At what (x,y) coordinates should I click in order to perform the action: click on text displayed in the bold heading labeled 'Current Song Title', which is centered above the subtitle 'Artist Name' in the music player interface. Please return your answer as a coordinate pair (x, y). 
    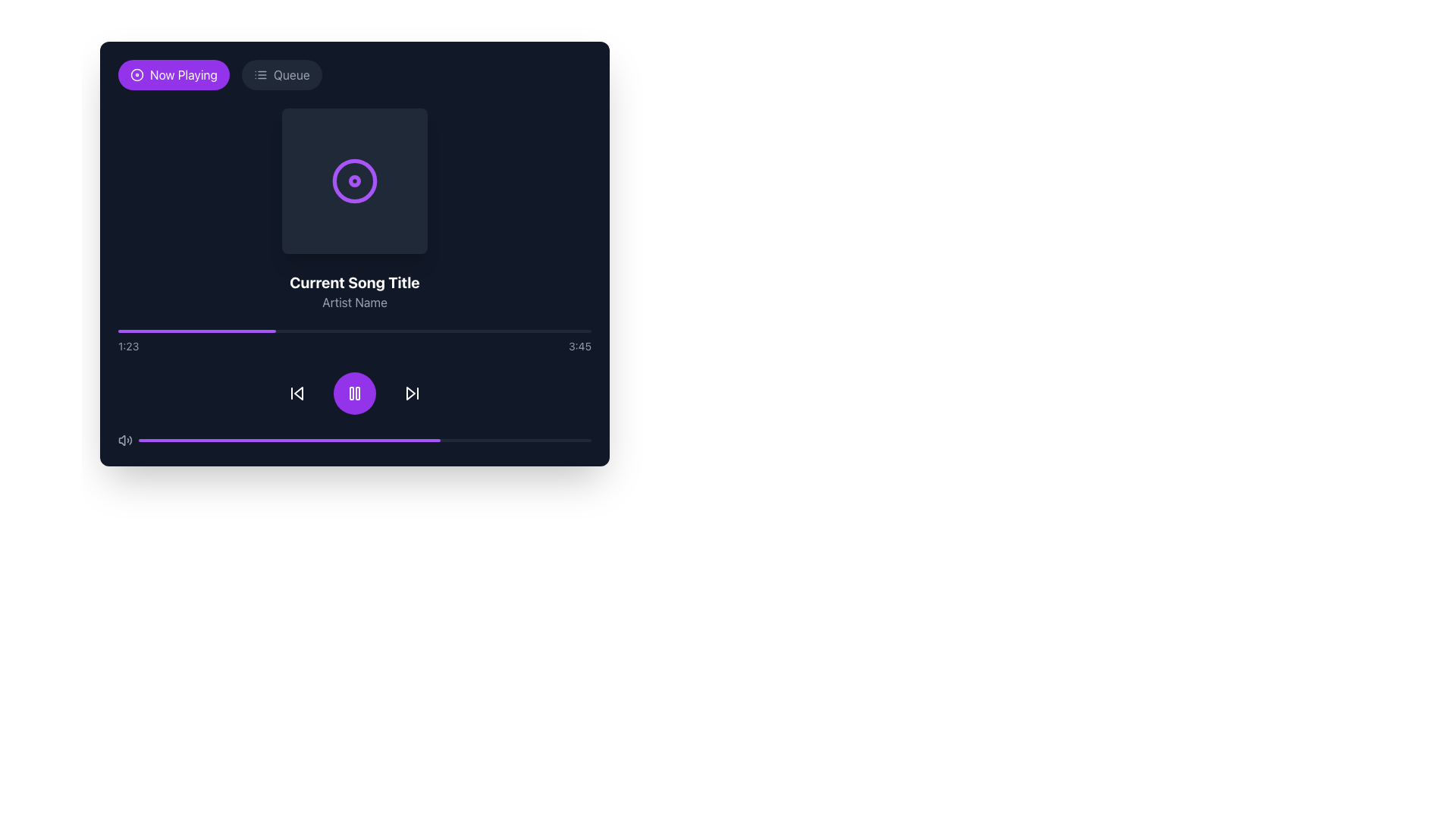
    Looking at the image, I should click on (353, 283).